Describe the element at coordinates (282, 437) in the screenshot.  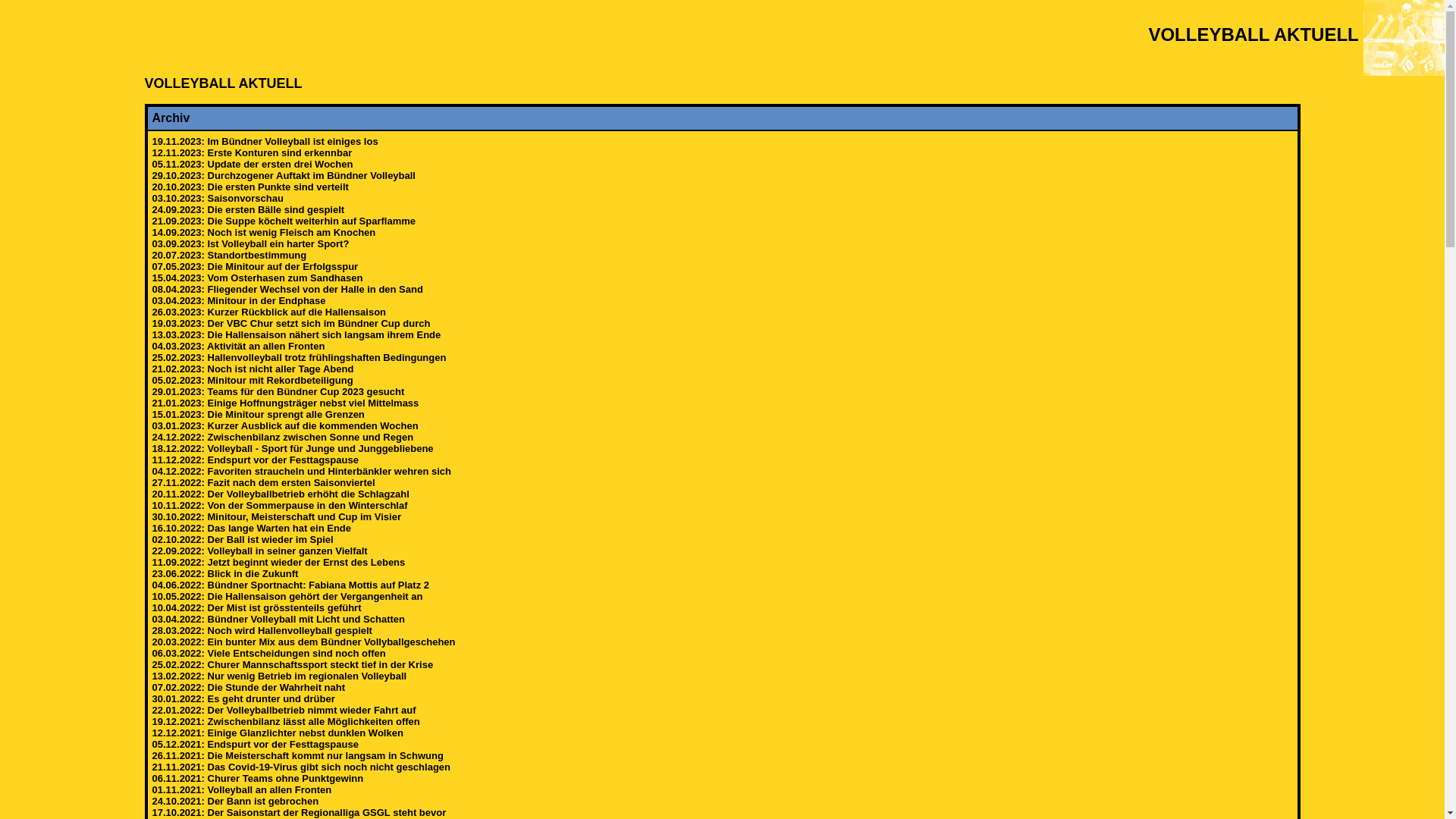
I see `'24.12.2022: Zwischenbilanz zwischen Sonne und Regen'` at that location.